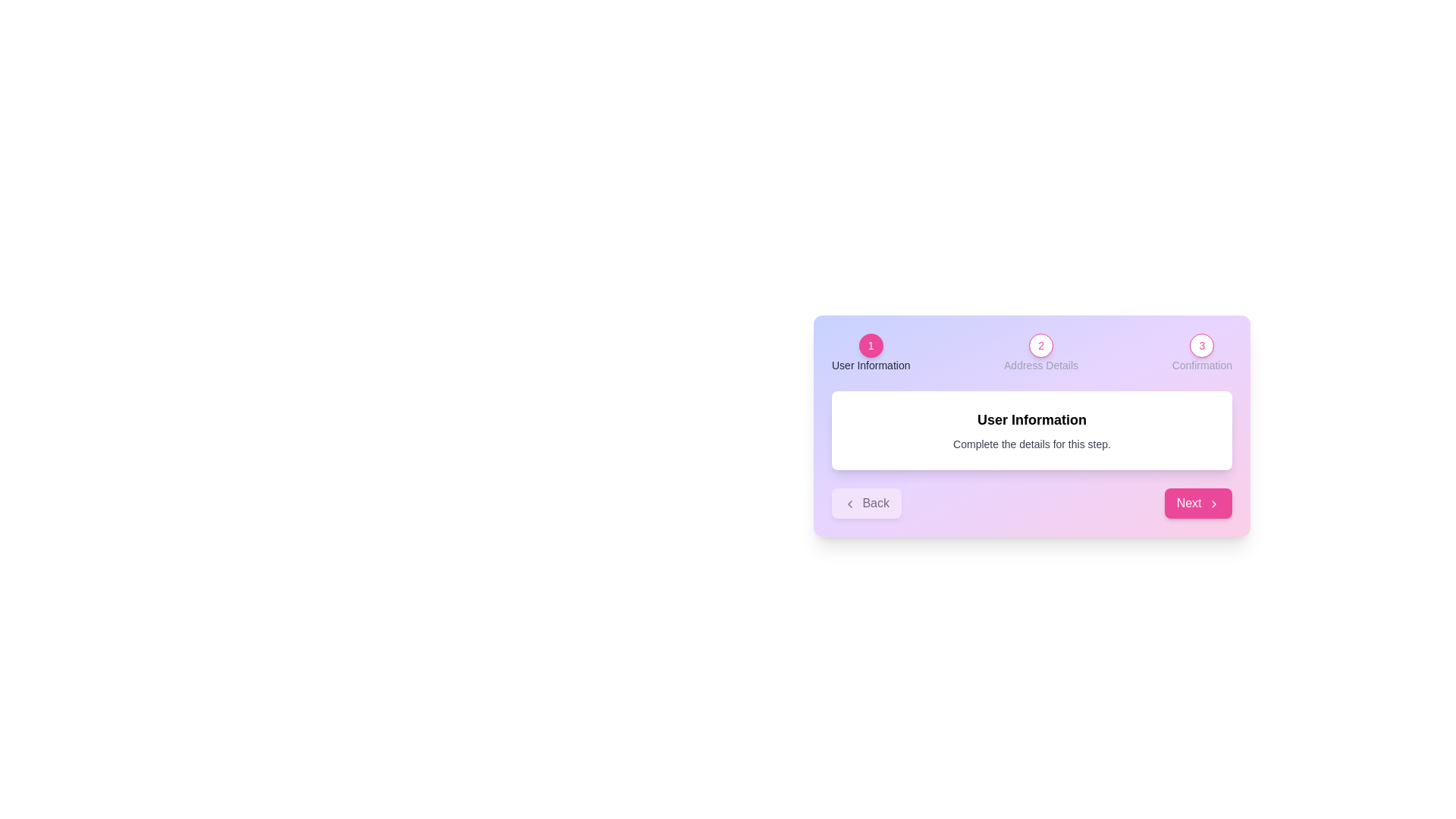  Describe the element at coordinates (871, 345) in the screenshot. I see `the step indicator labeled User Information to navigate to its details` at that location.